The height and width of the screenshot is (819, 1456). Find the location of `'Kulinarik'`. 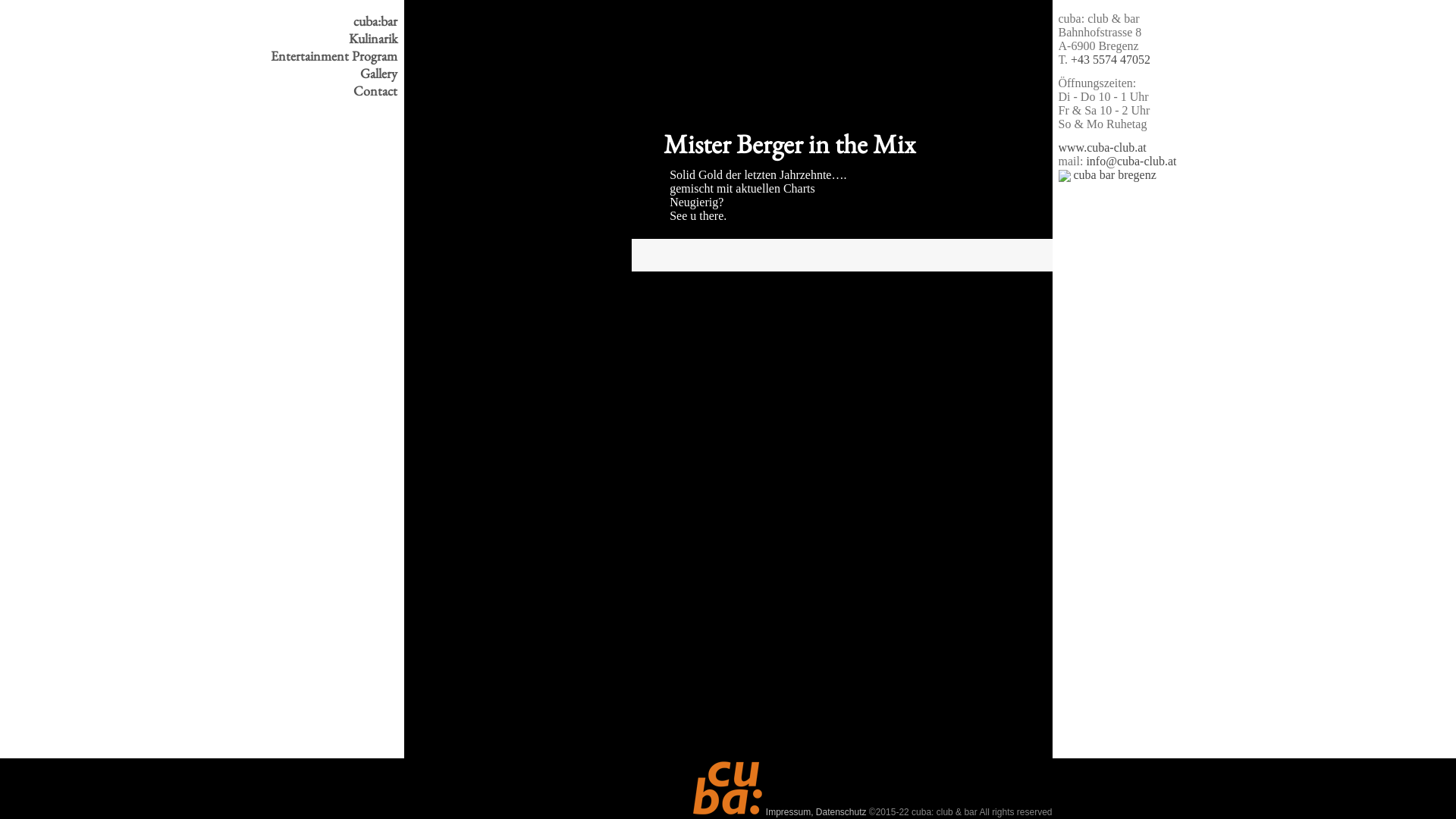

'Kulinarik' is located at coordinates (336, 37).